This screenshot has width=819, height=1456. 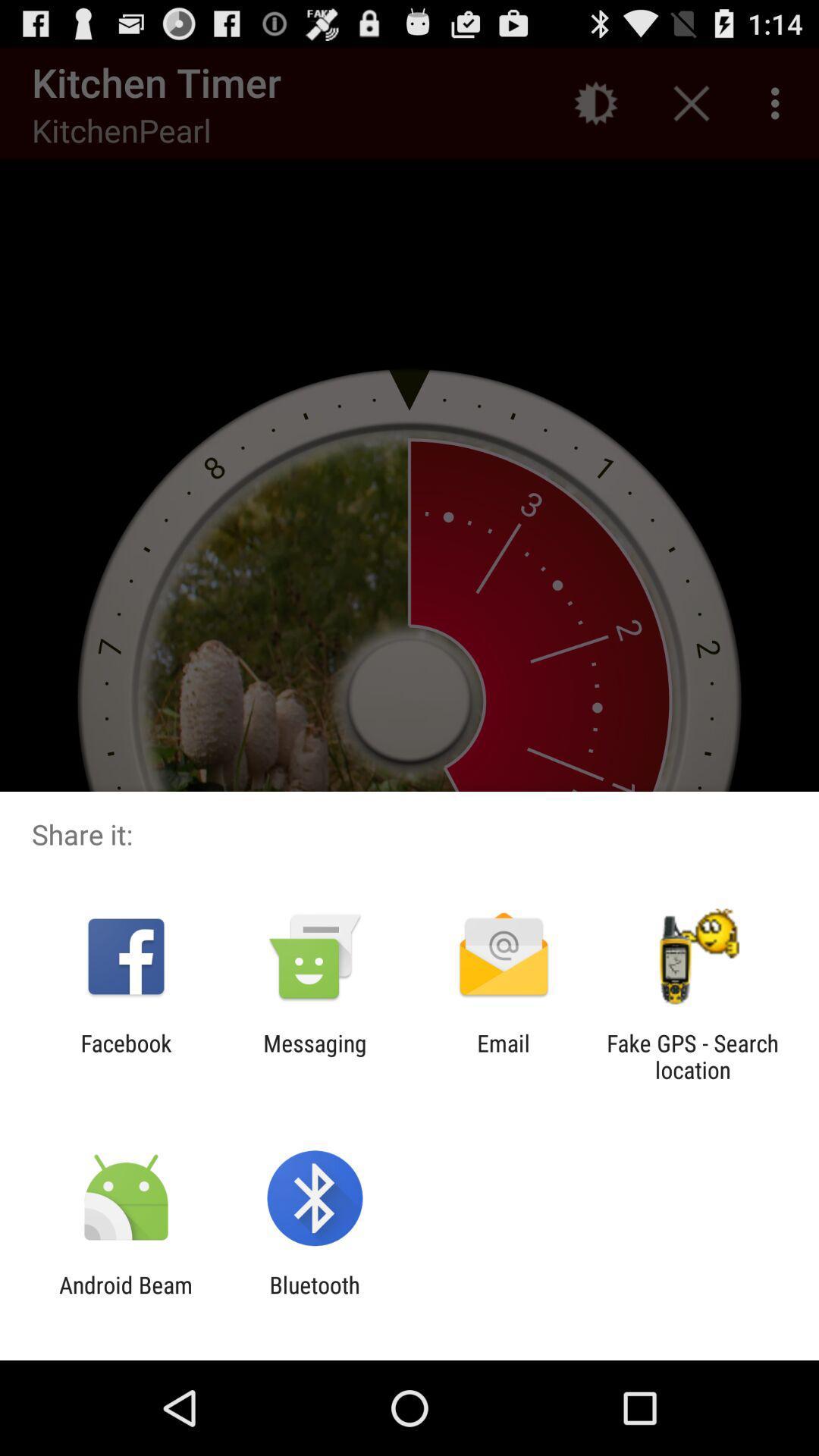 I want to click on the android beam, so click(x=125, y=1298).